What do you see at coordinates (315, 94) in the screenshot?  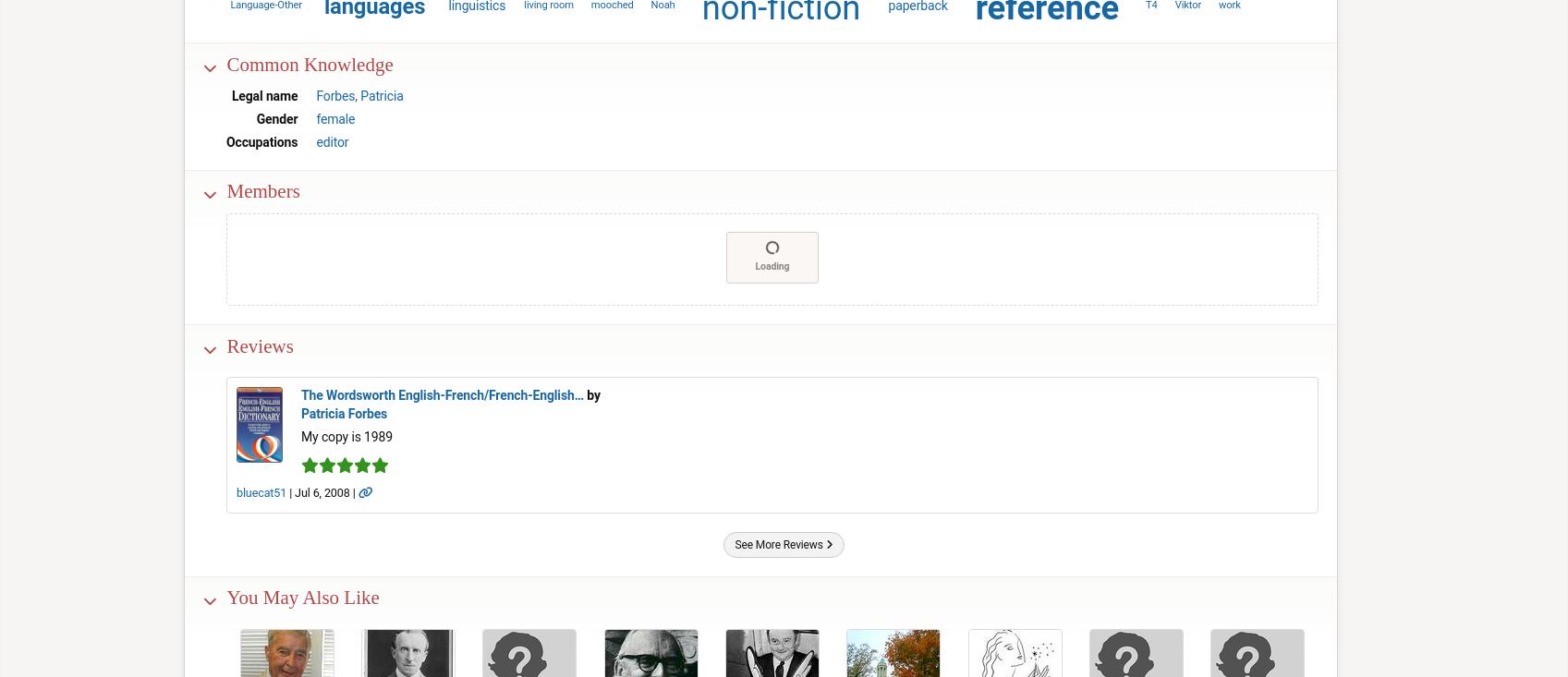 I see `'Forbes, Patricia'` at bounding box center [315, 94].